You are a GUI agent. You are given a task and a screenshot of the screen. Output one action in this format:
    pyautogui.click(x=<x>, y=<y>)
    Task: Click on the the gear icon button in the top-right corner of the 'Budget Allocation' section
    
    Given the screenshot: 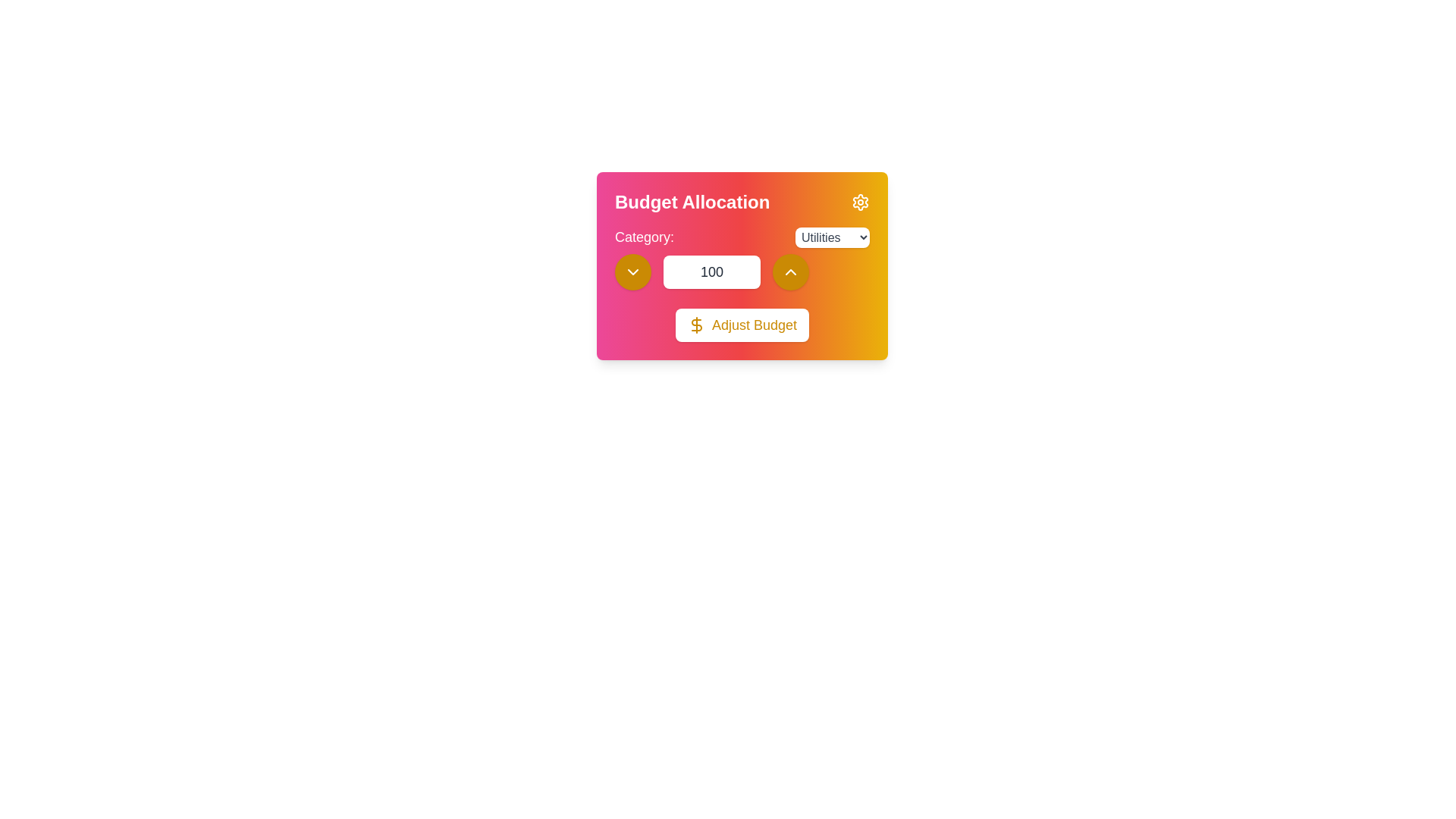 What is the action you would take?
    pyautogui.click(x=860, y=201)
    